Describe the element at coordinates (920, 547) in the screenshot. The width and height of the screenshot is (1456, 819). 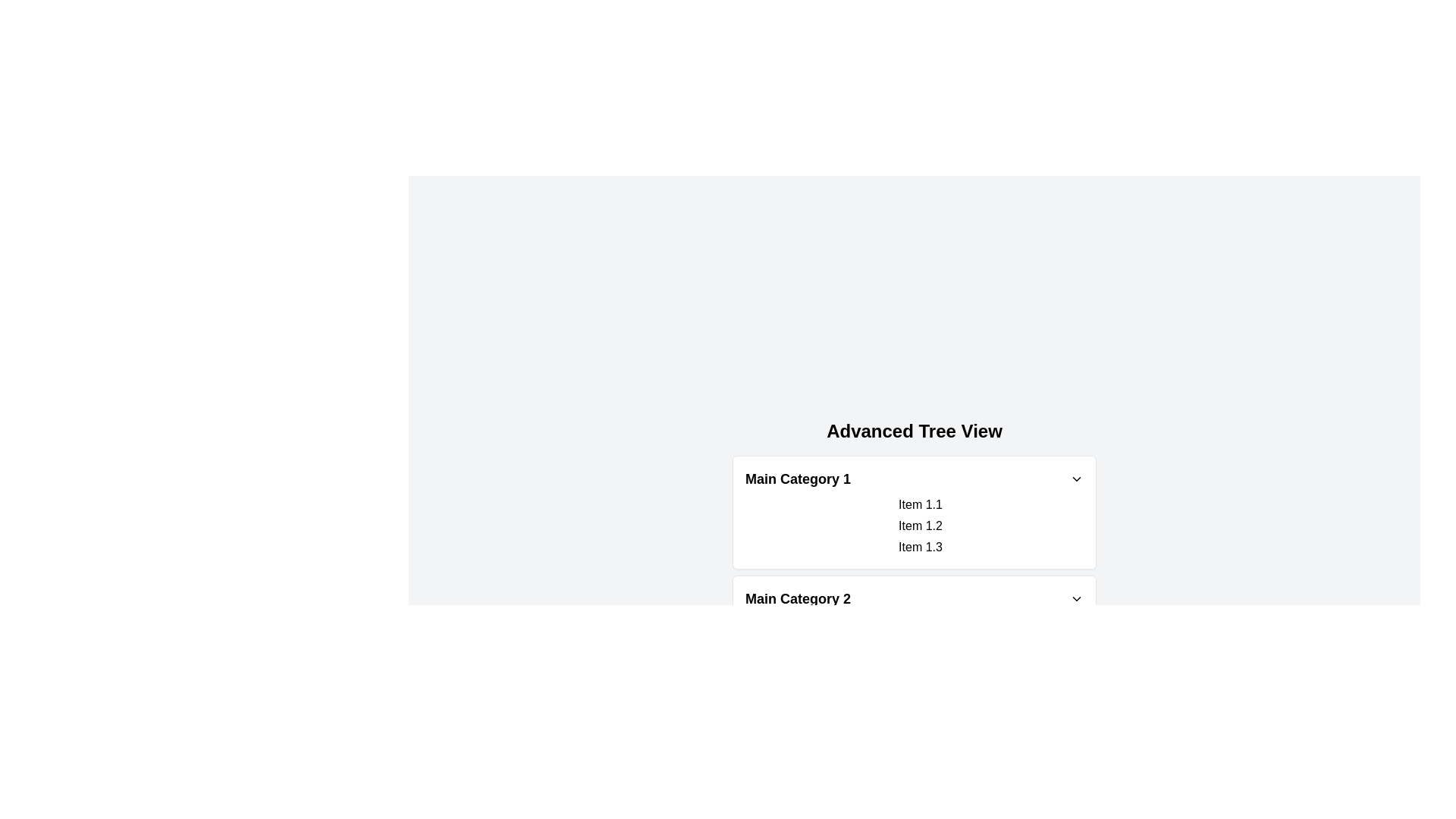
I see `the text label displaying 'Item 1.3', which is the third item under 'Main Category 1'` at that location.